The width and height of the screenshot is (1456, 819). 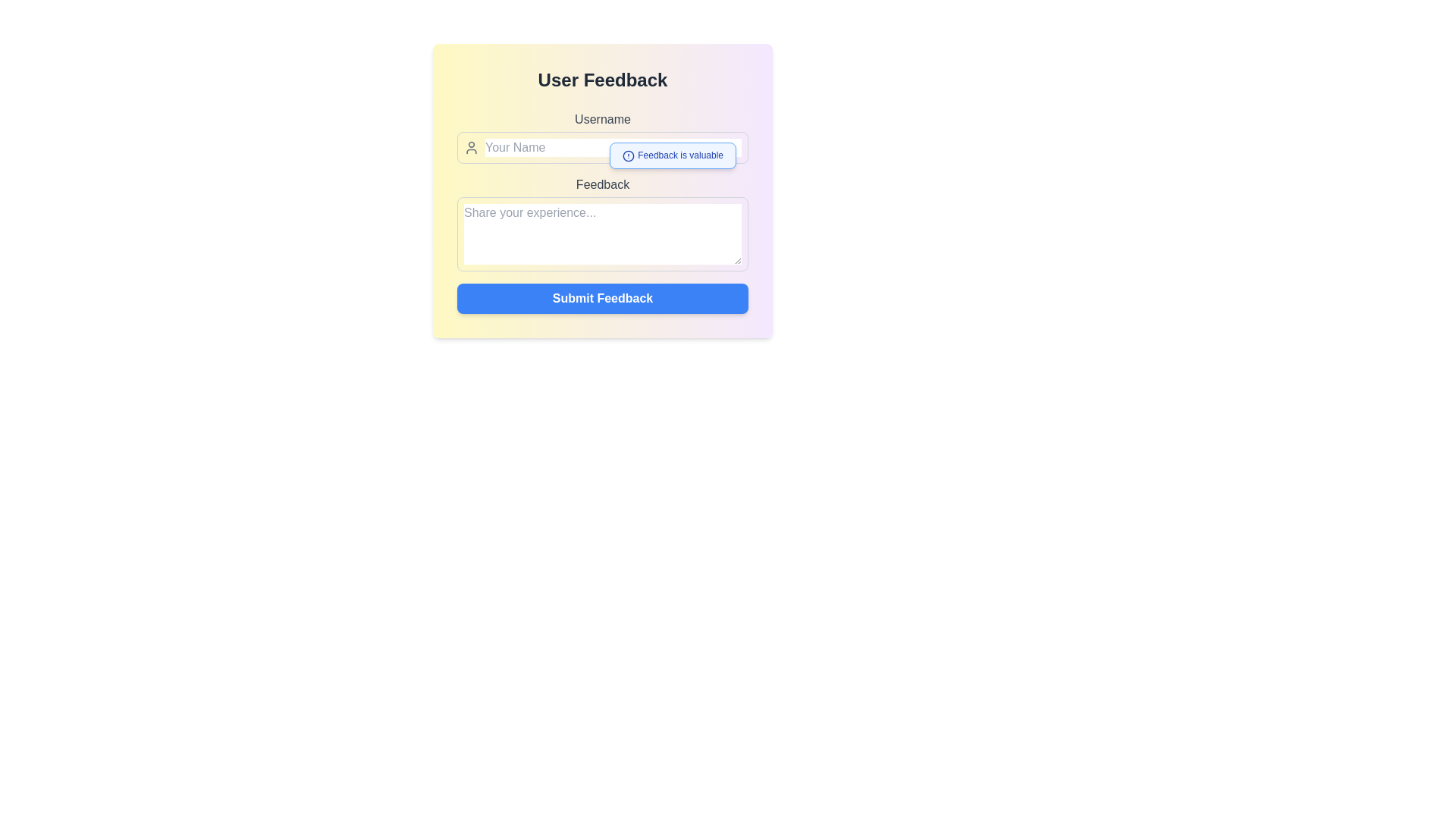 I want to click on the circular alert icon with a thin blue border and red fill, located to the left of the 'Feedback is valuable' text, so click(x=629, y=155).